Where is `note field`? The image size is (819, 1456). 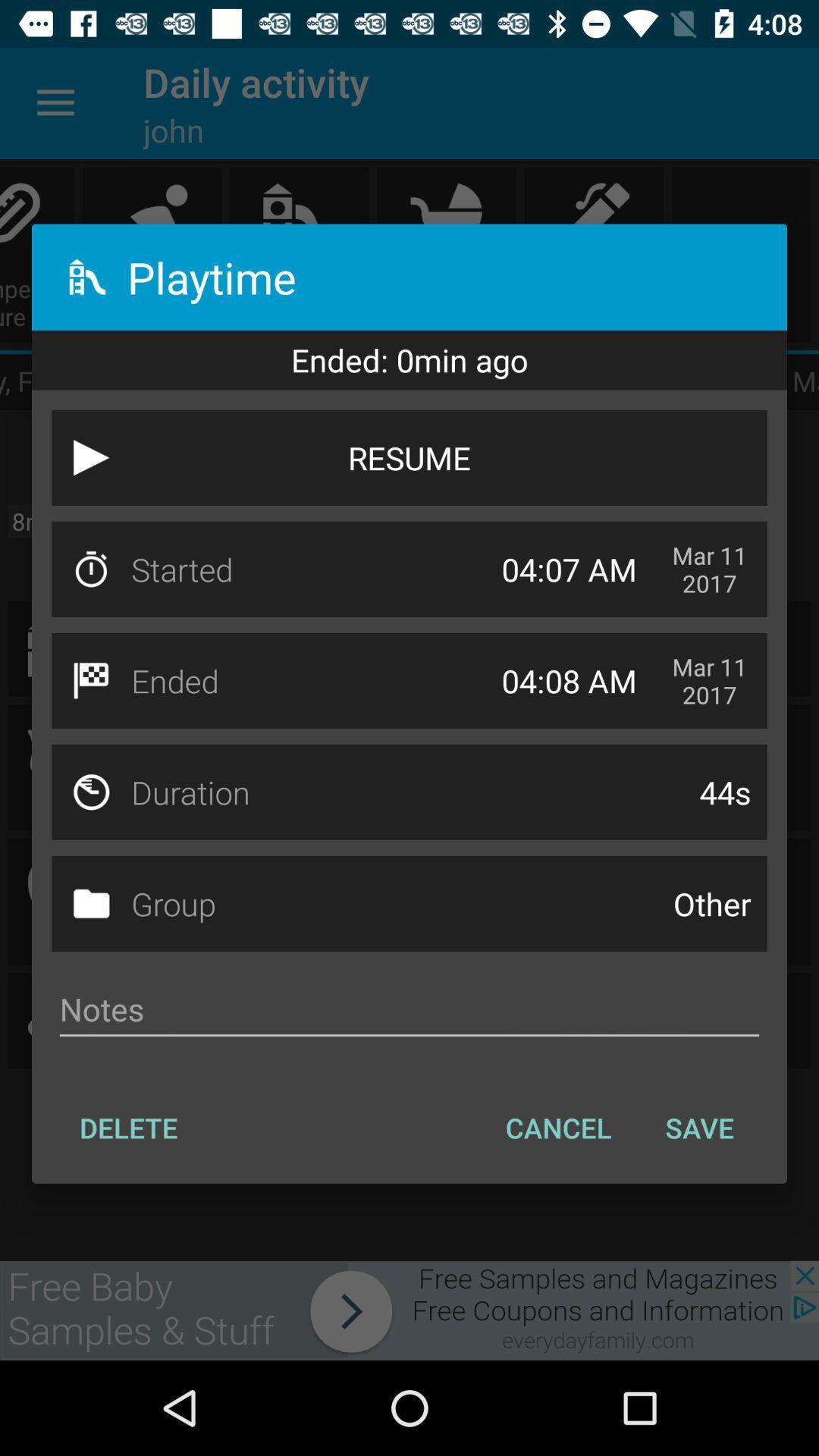
note field is located at coordinates (409, 1009).